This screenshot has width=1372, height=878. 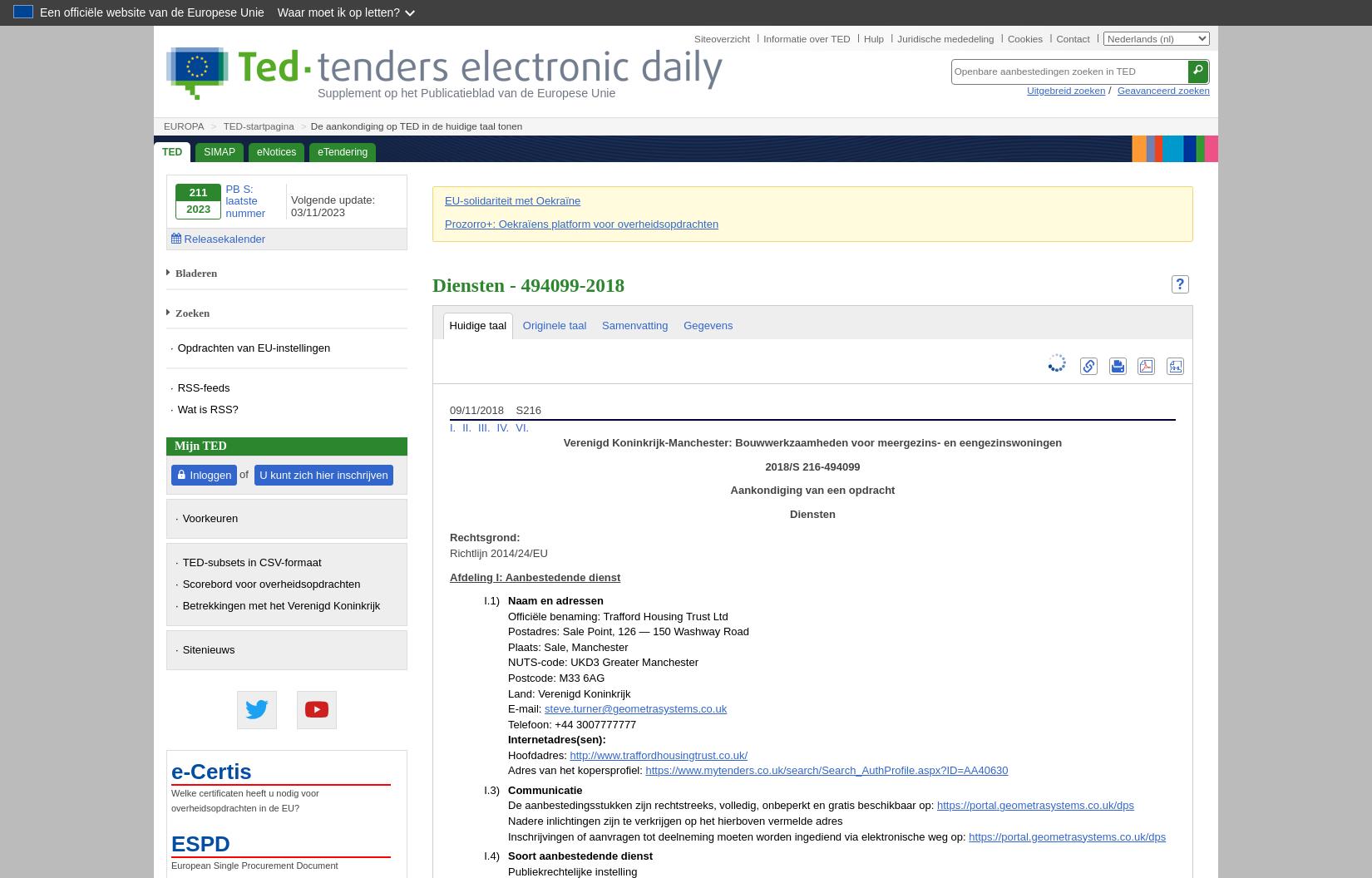 I want to click on 'II.2.7)', so click(x=484, y=381).